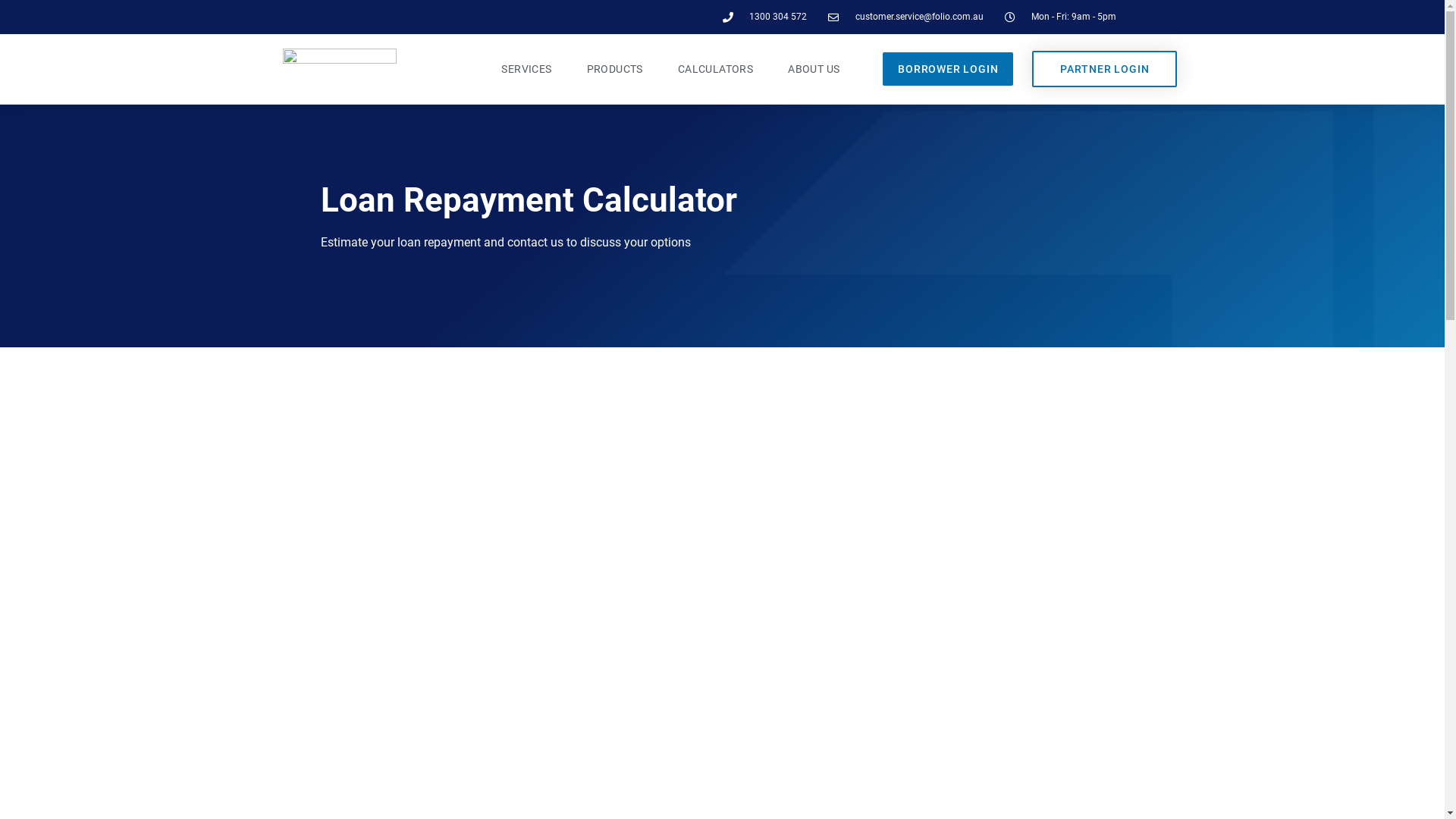 Image resolution: width=1456 pixels, height=819 pixels. What do you see at coordinates (772, 69) in the screenshot?
I see `'ABOUT US'` at bounding box center [772, 69].